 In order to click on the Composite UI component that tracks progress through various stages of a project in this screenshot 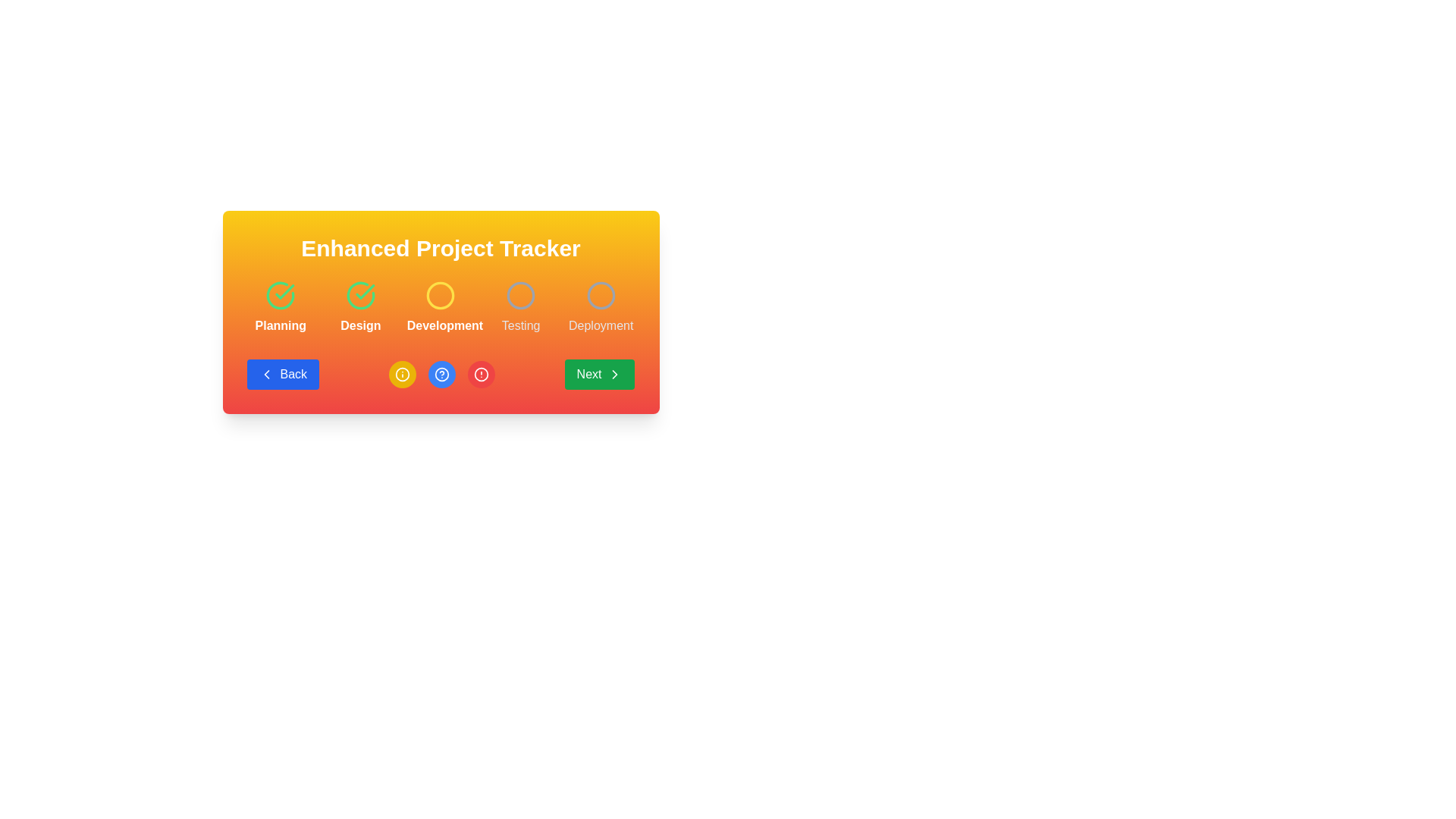, I will do `click(440, 312)`.